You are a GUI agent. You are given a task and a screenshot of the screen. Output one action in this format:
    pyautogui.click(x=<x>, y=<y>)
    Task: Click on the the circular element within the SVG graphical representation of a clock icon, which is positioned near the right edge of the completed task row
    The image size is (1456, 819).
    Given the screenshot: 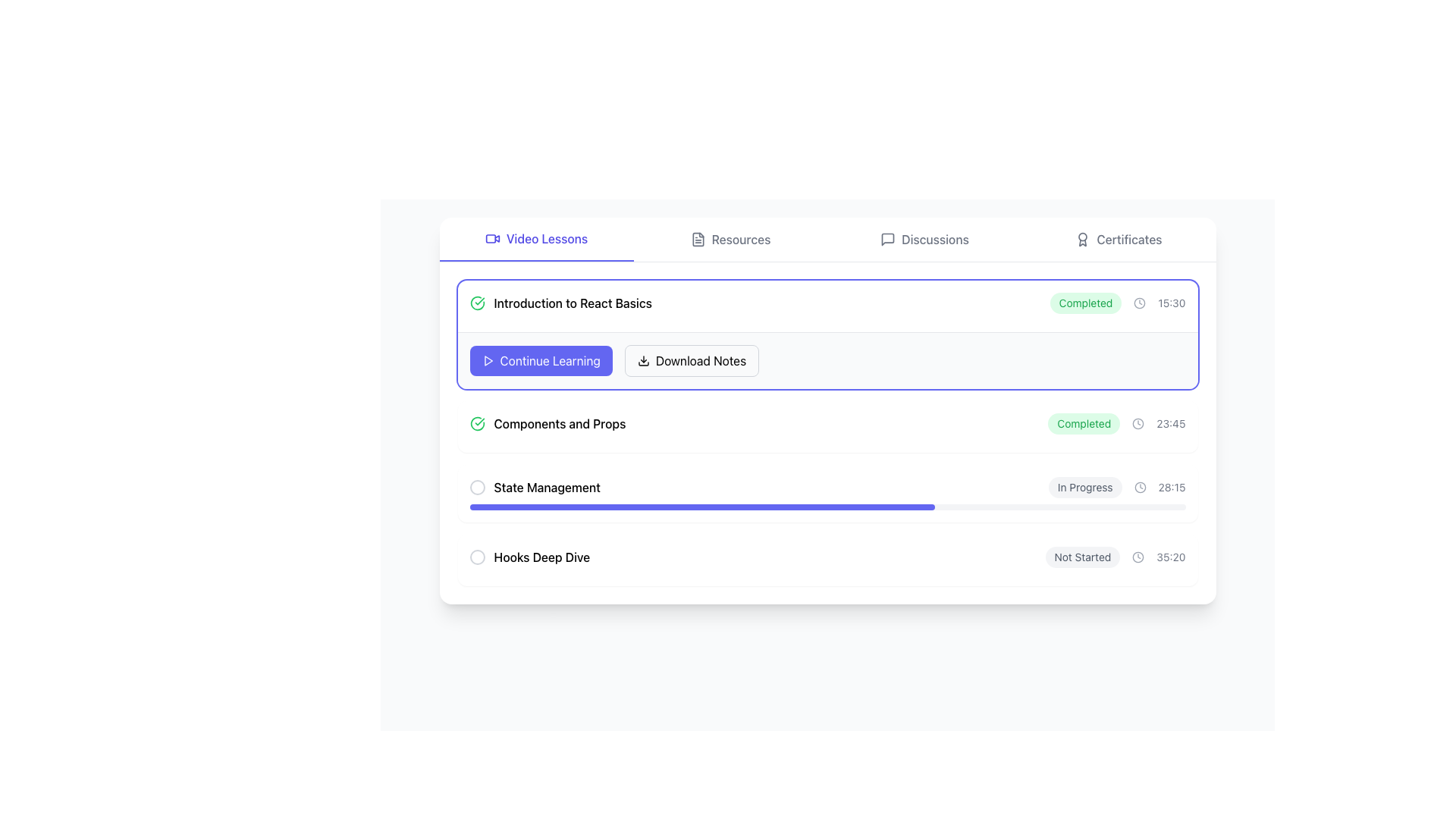 What is the action you would take?
    pyautogui.click(x=1140, y=303)
    